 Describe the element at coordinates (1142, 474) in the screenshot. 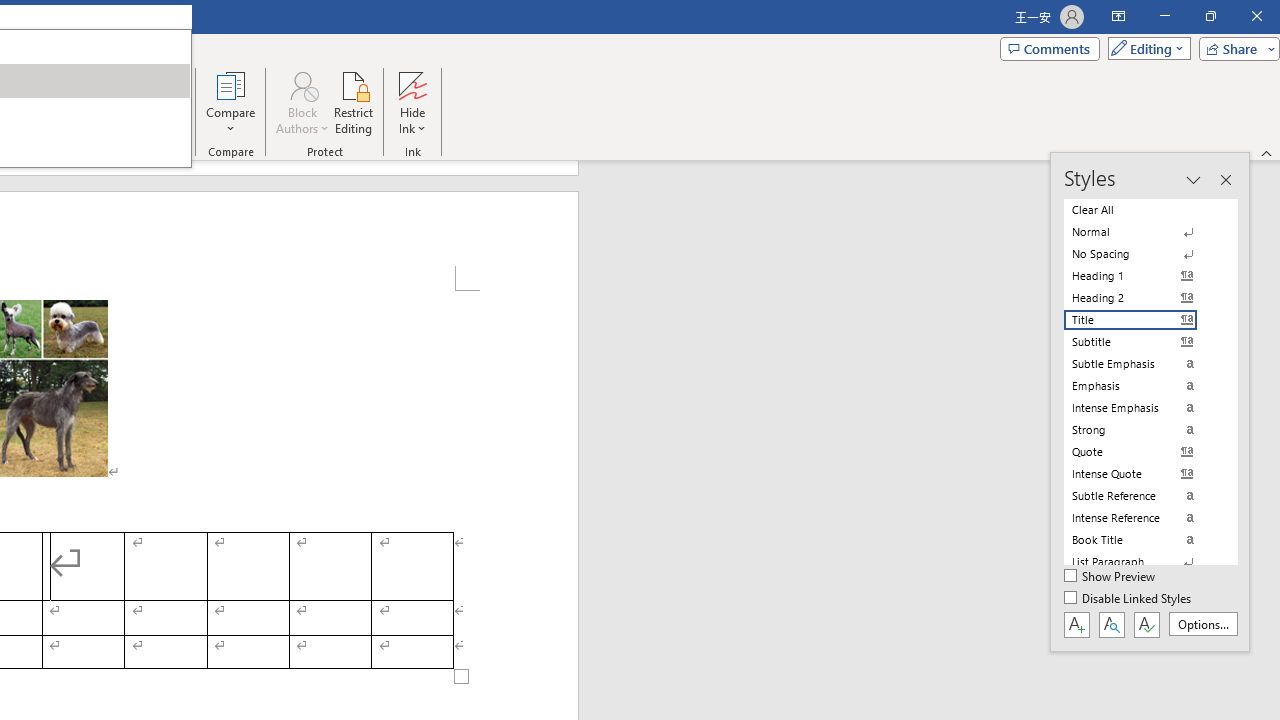

I see `'Intense Quote'` at that location.